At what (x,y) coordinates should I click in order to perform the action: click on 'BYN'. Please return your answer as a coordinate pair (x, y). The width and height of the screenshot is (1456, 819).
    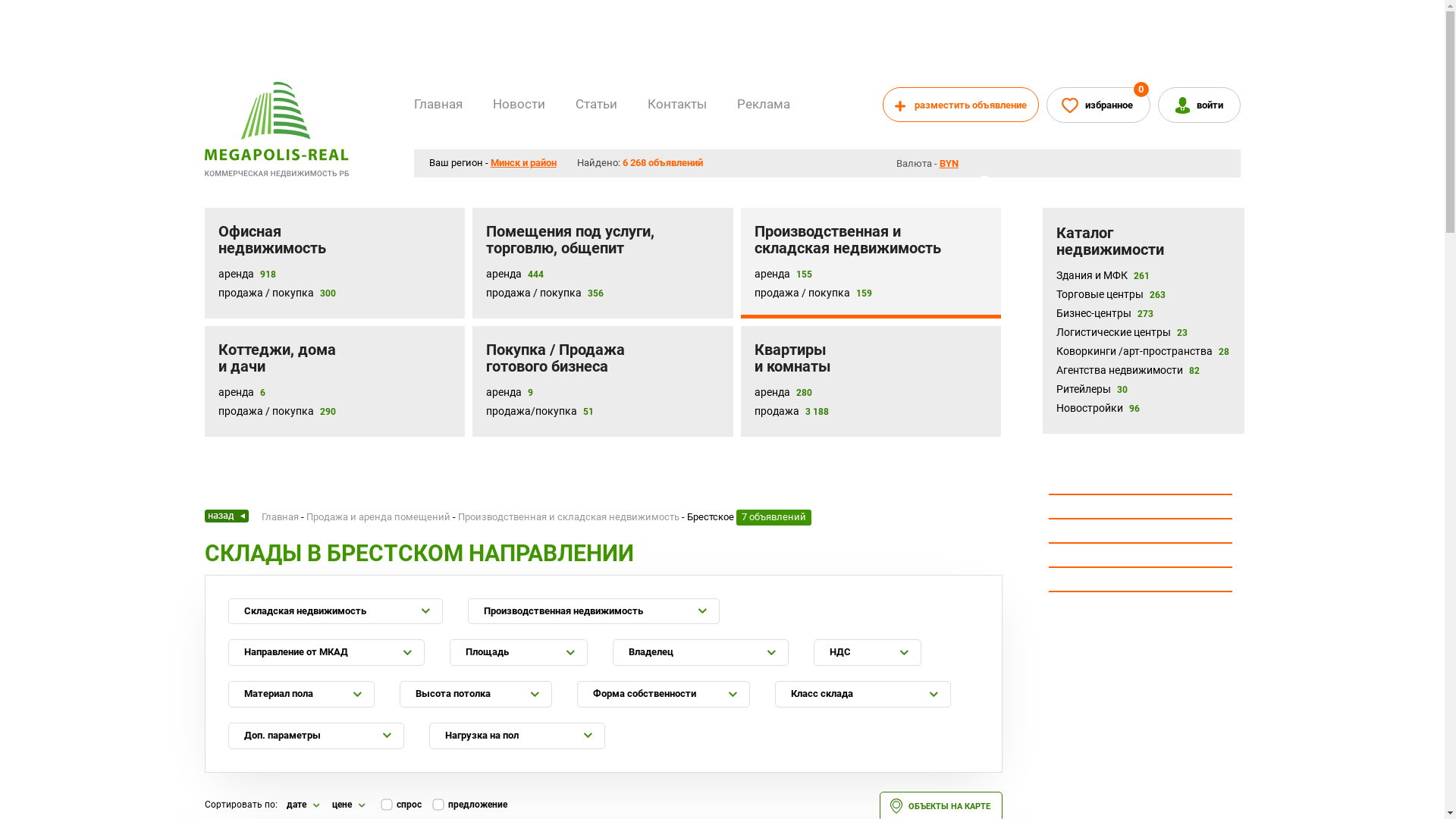
    Looking at the image, I should click on (952, 163).